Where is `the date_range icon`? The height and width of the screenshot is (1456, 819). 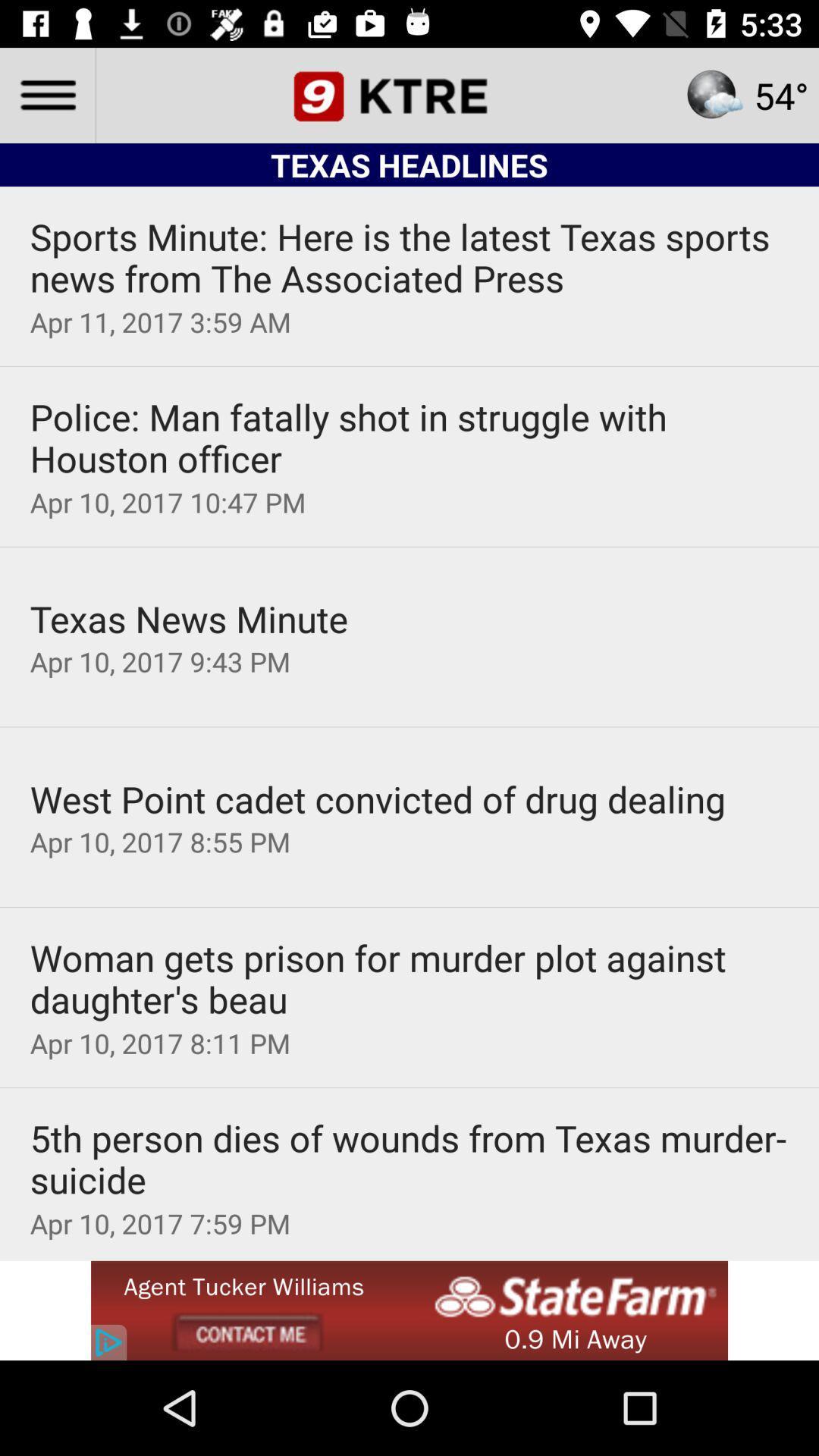 the date_range icon is located at coordinates (409, 94).